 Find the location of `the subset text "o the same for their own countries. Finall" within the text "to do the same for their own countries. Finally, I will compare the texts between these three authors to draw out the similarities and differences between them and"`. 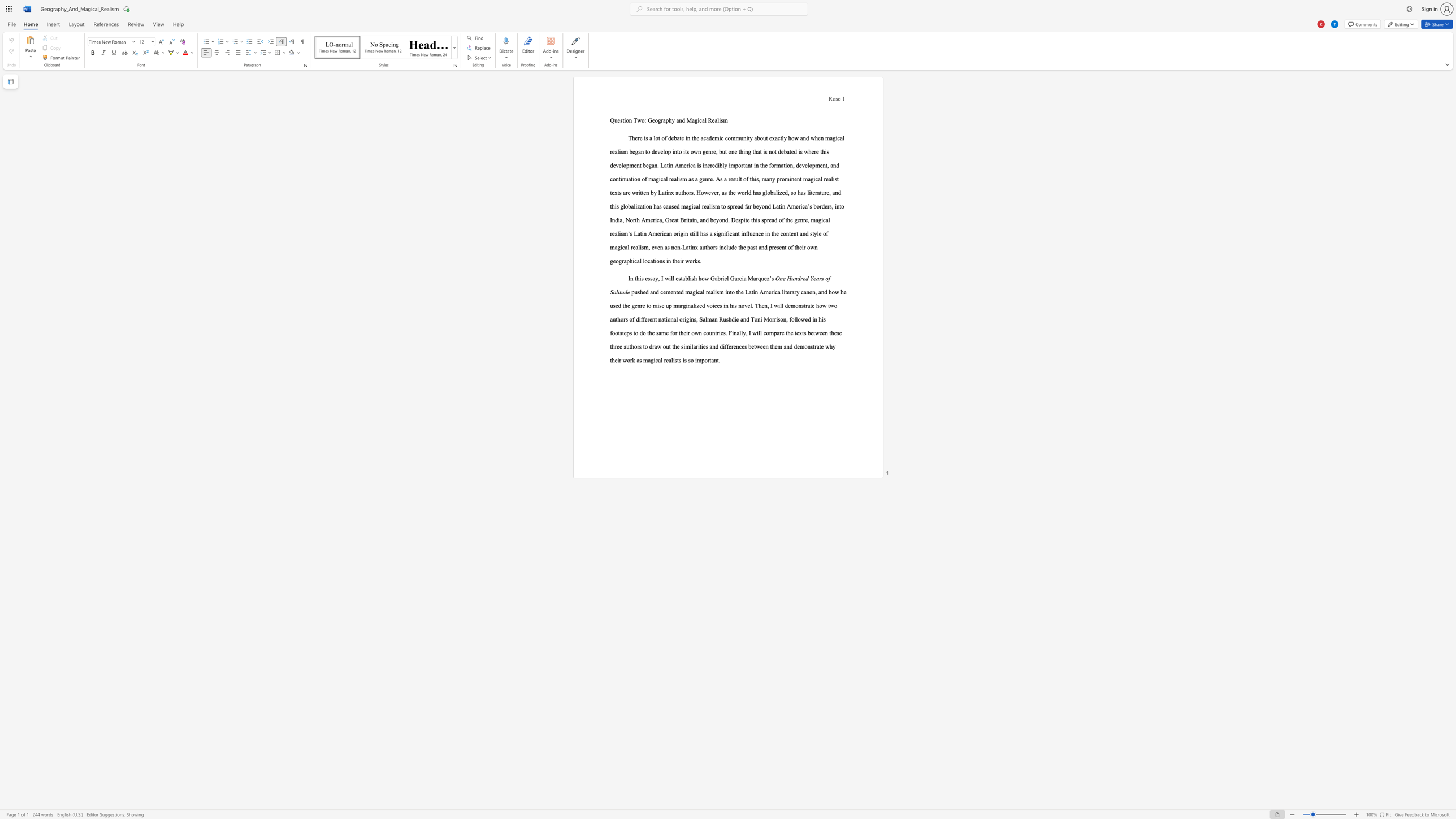

the subset text "o the same for their own countries. Finall" within the text "to do the same for their own countries. Finally, I will compare the texts between these three authors to draw out the similarities and differences between them and" is located at coordinates (642, 332).